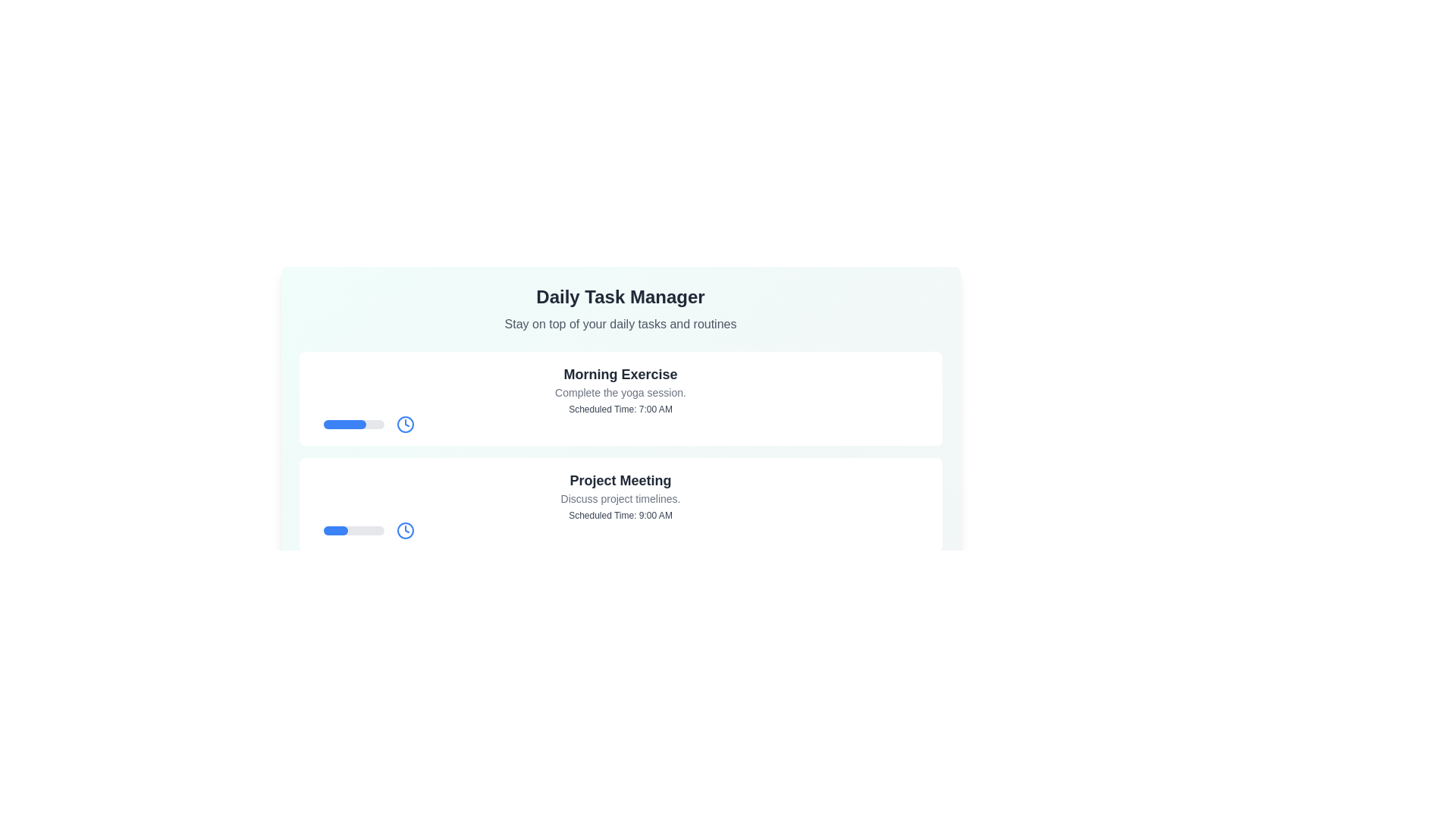  Describe the element at coordinates (620, 388) in the screenshot. I see `the top card in the task management application, which displays the name, details, and time of a scheduled activity, located immediately below the 'Daily Task Manager' header` at that location.